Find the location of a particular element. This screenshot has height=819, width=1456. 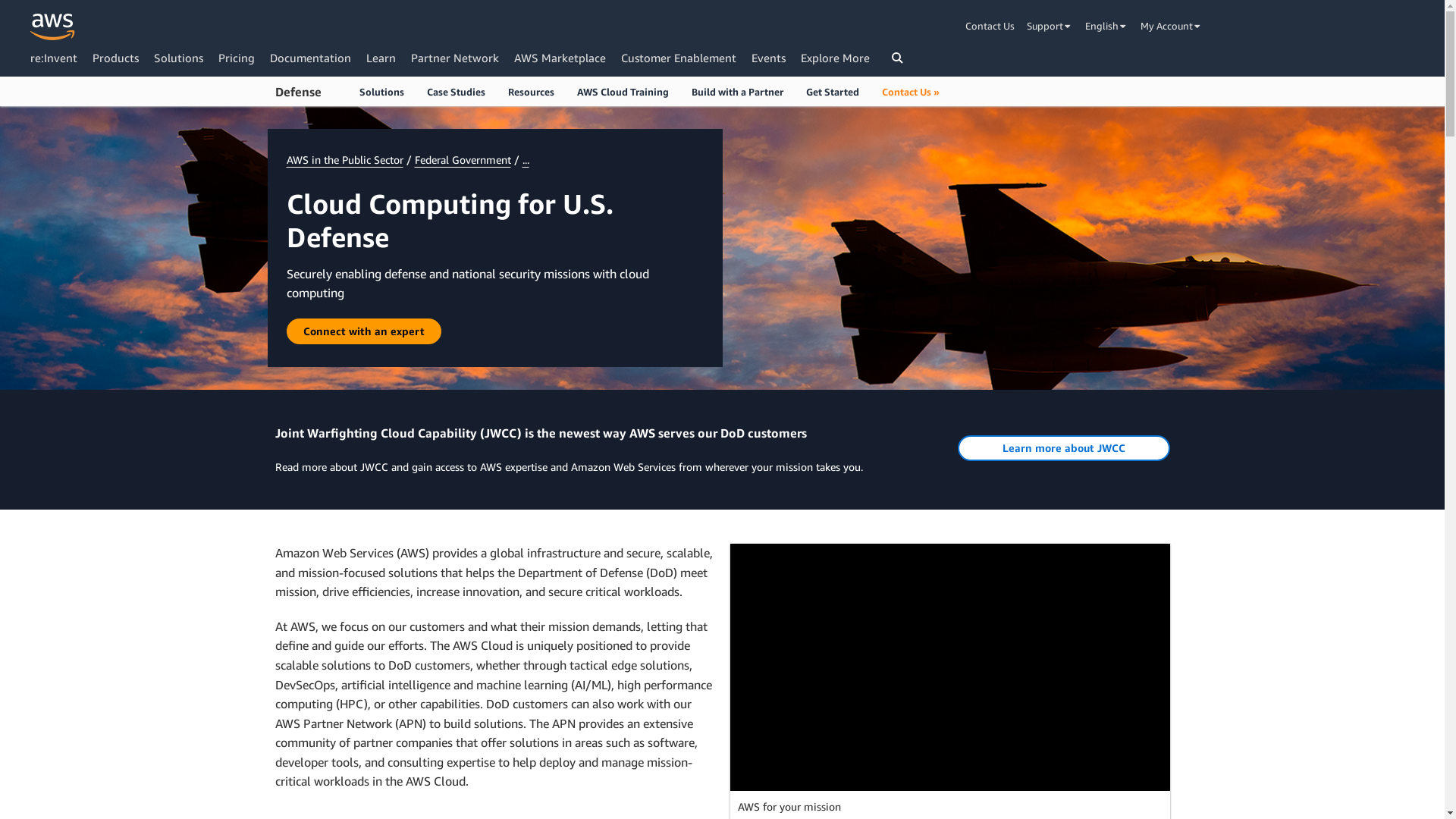

'Build with a Partner' is located at coordinates (736, 91).